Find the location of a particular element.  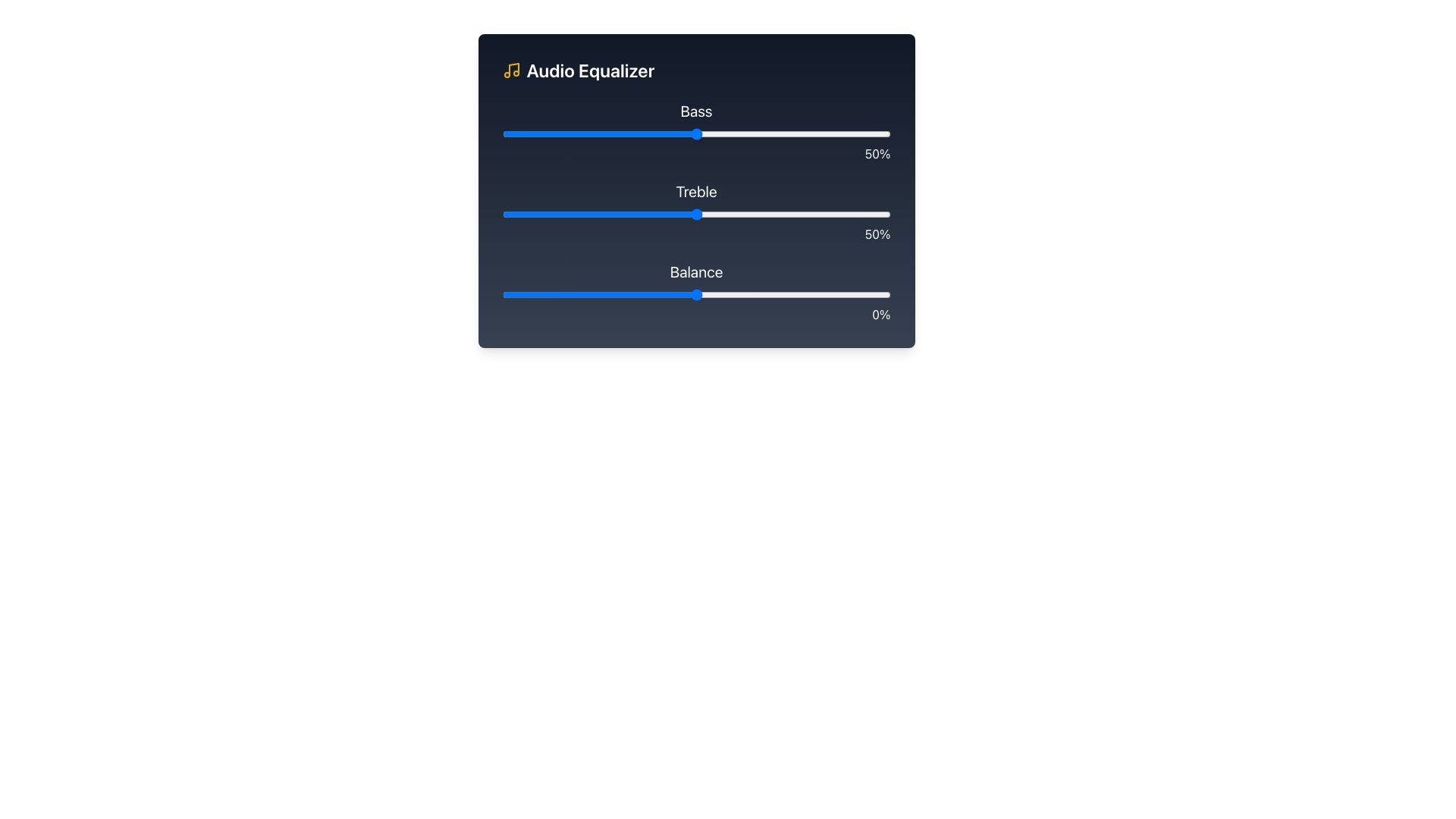

balance is located at coordinates (751, 295).